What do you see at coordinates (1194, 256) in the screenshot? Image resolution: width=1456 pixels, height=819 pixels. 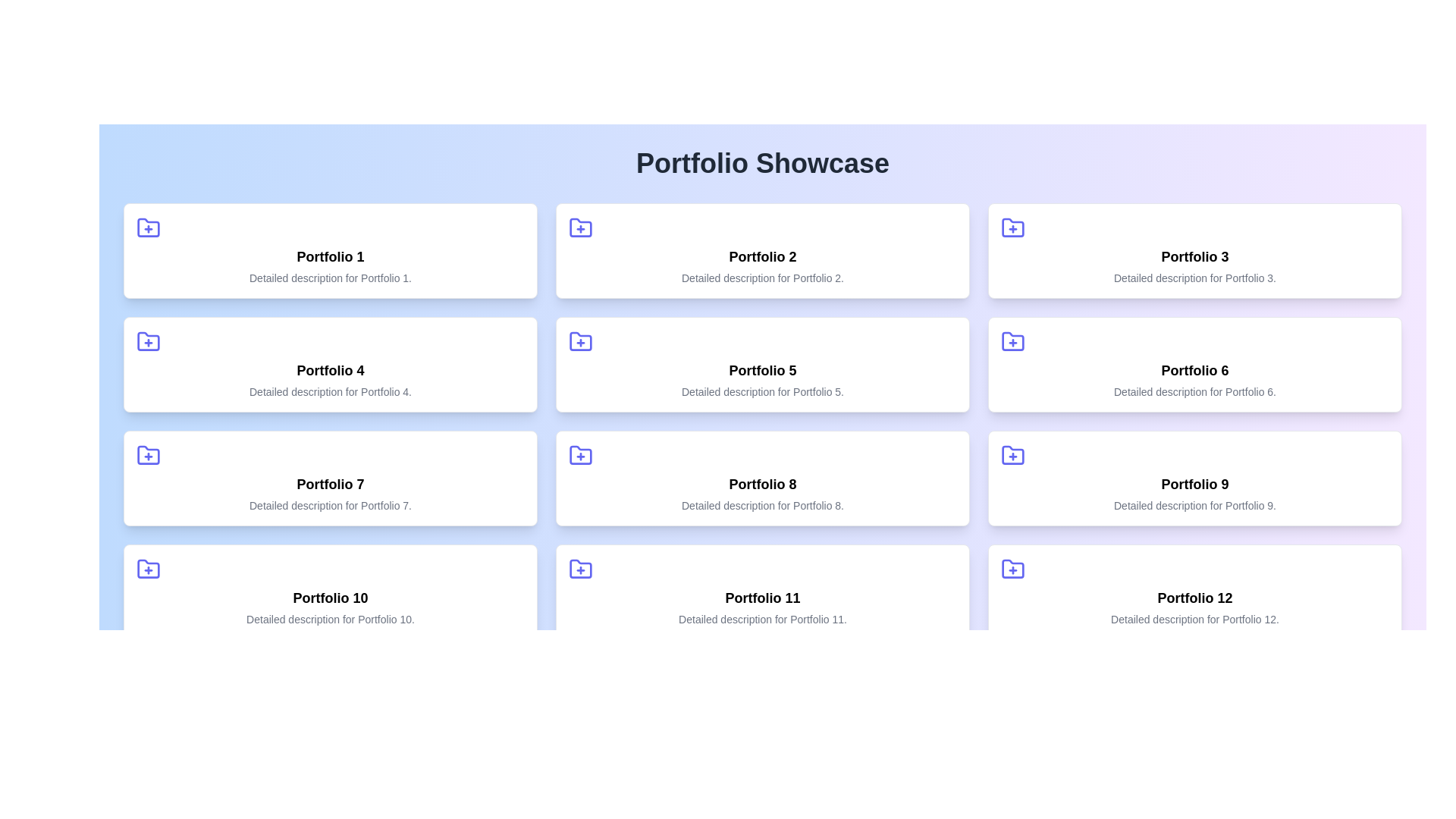 I see `the static text label displaying 'Portfolio 3' located within the third card of the first row in the Portfolio Showcase grid layout` at bounding box center [1194, 256].